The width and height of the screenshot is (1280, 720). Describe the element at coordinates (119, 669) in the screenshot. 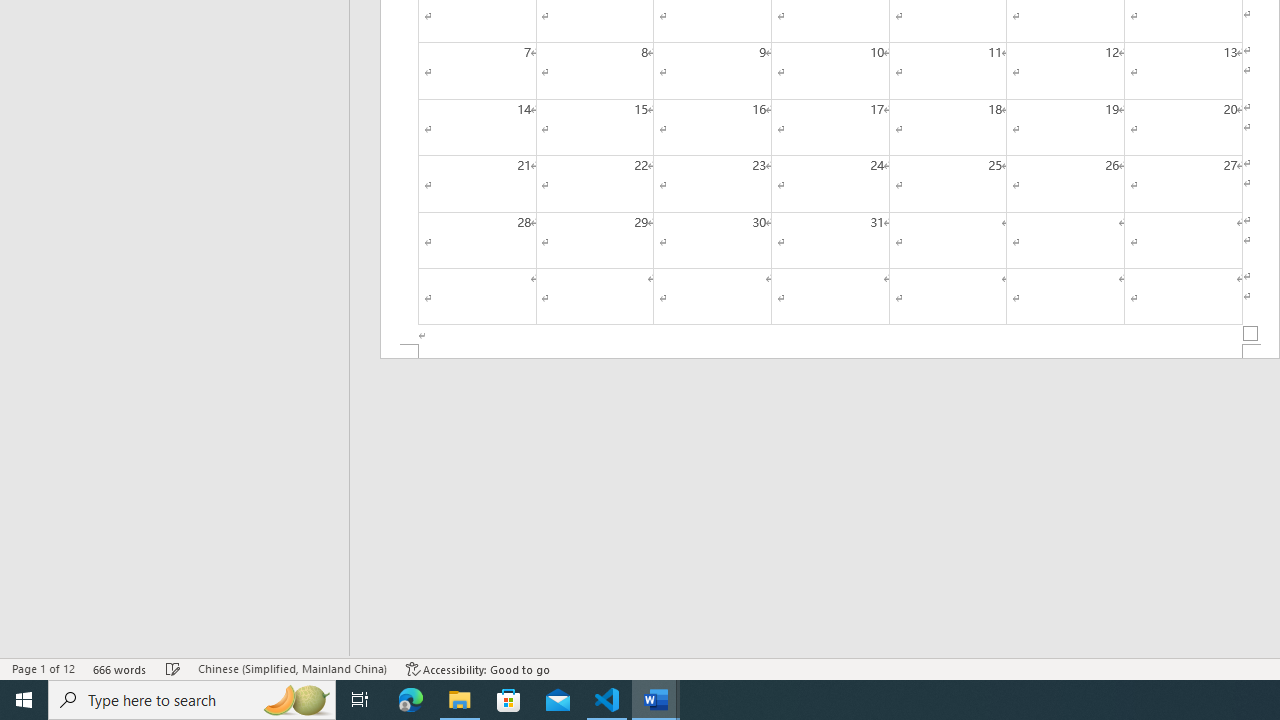

I see `'Word Count 666 words'` at that location.